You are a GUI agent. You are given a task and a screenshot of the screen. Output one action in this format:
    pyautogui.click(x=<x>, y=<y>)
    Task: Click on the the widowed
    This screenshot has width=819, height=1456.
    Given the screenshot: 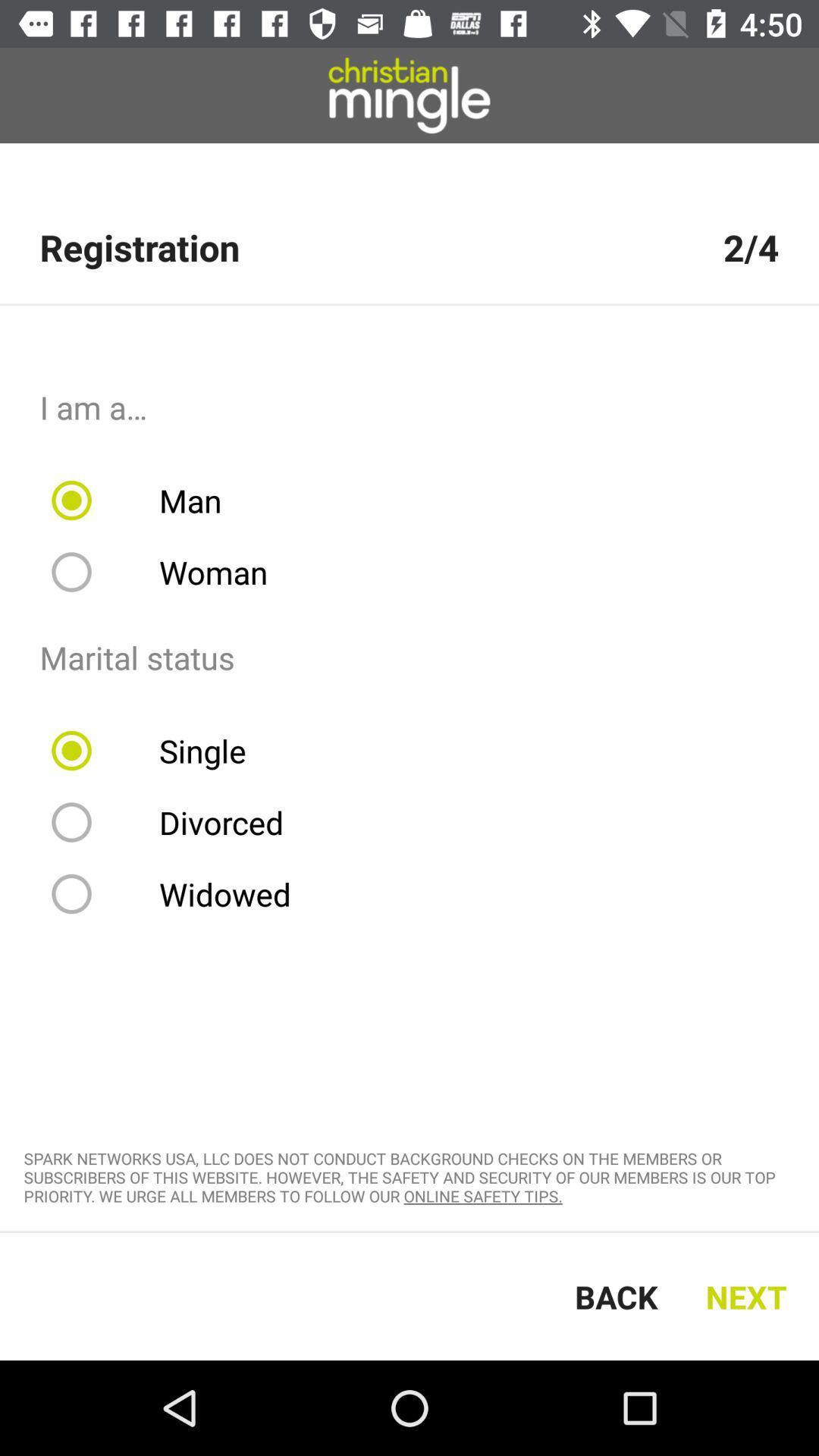 What is the action you would take?
    pyautogui.click(x=180, y=894)
    